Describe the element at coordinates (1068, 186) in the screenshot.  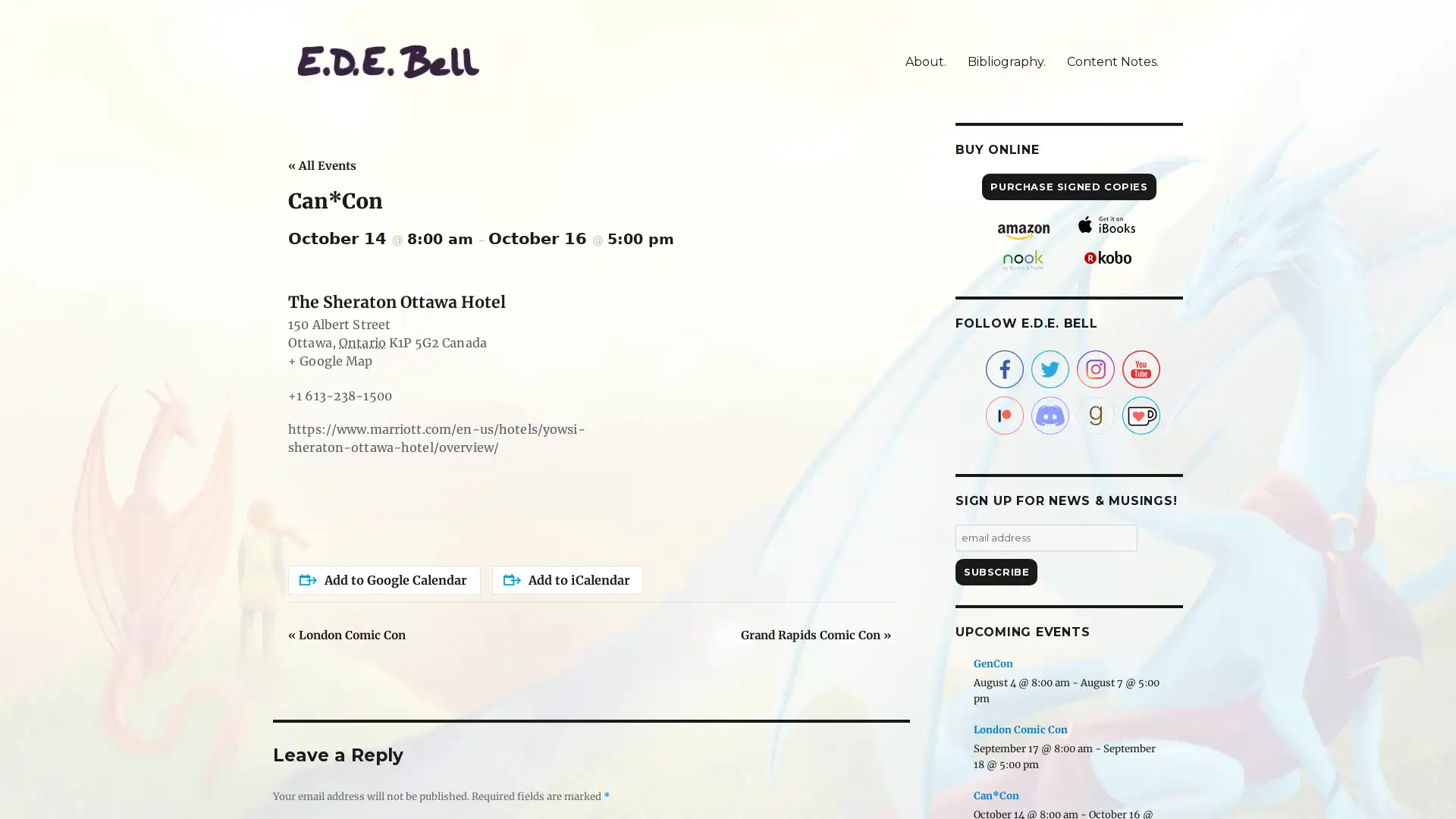
I see `PURCHASE SIGNED COPIES` at that location.